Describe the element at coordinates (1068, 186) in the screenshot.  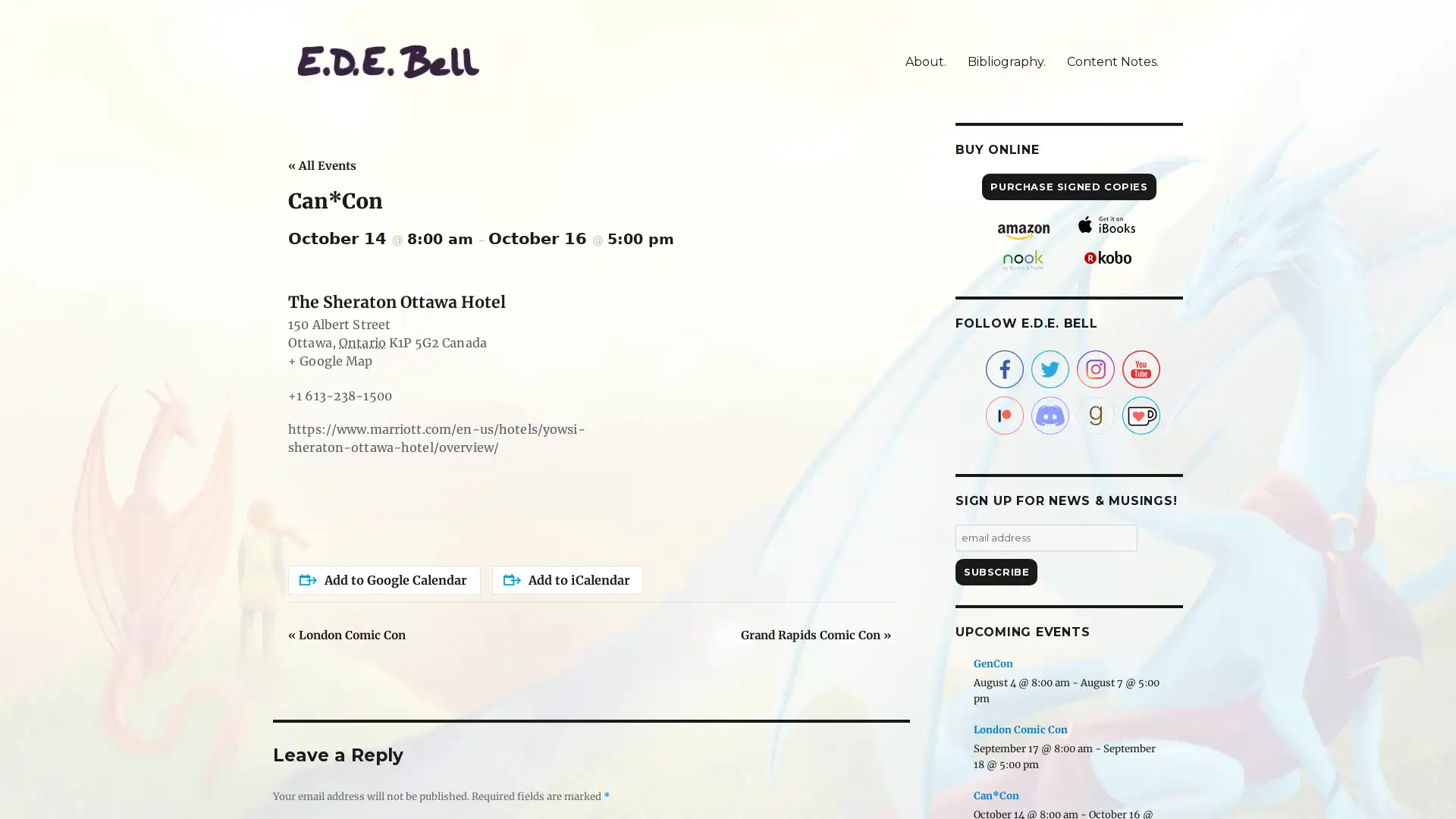
I see `PURCHASE SIGNED COPIES` at that location.